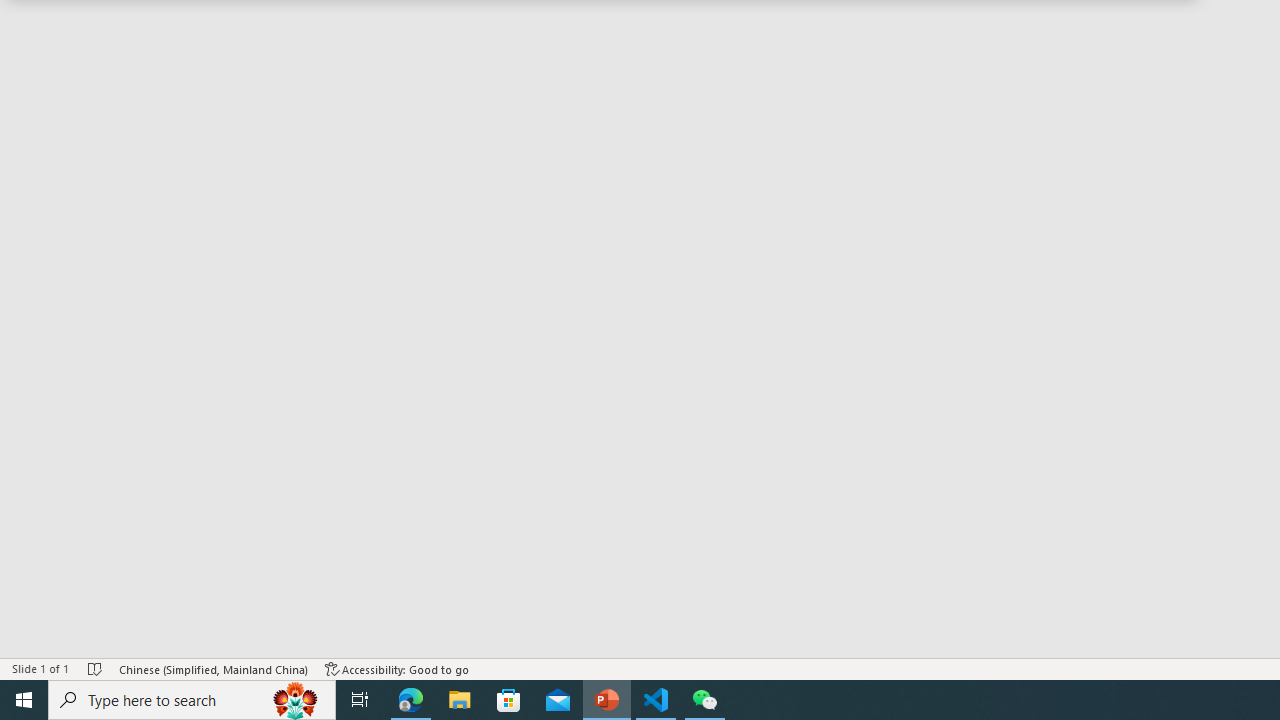  Describe the element at coordinates (459, 698) in the screenshot. I see `'File Explorer'` at that location.